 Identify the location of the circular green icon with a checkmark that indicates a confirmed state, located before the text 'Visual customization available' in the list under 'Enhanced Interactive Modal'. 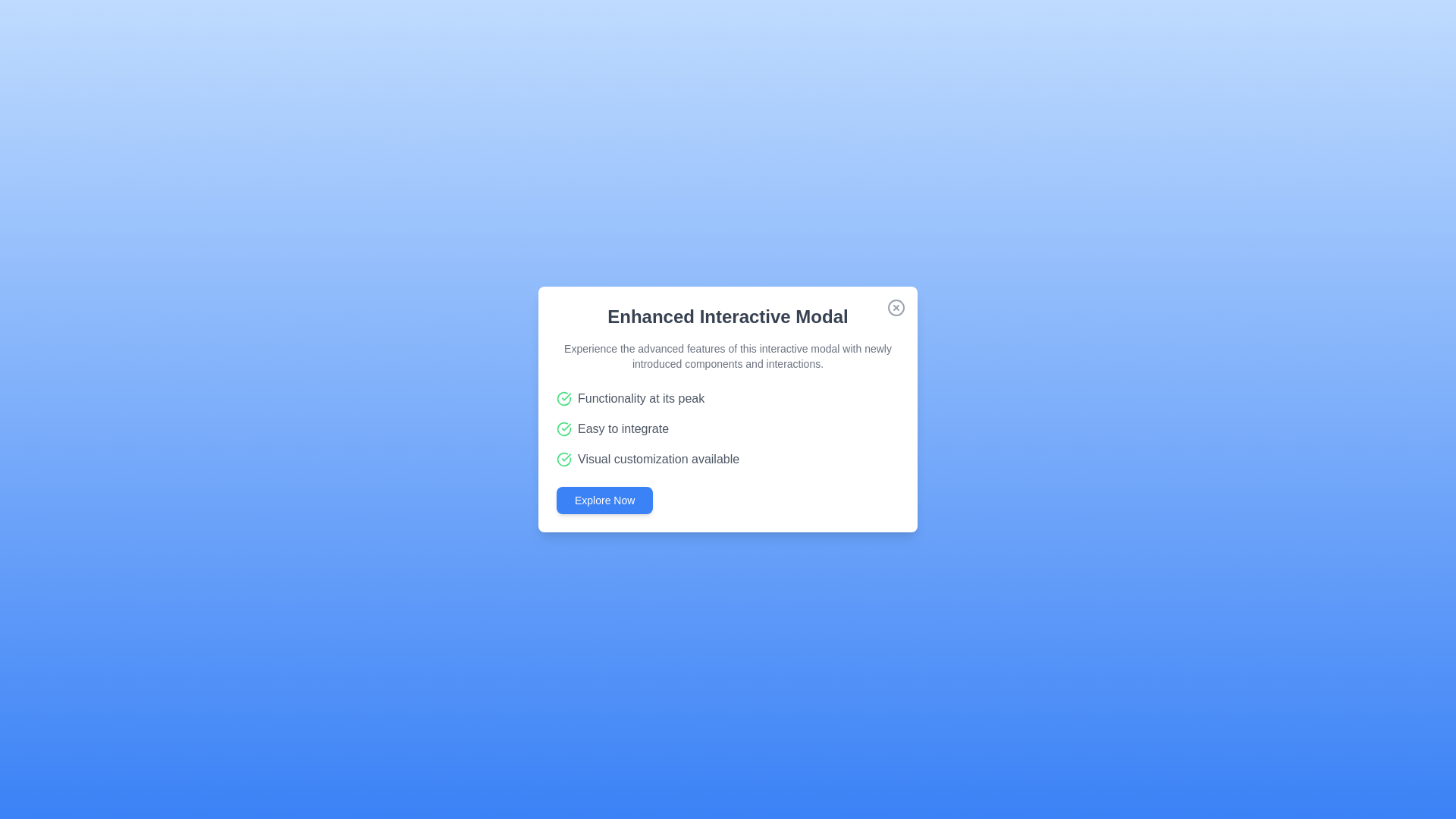
(563, 458).